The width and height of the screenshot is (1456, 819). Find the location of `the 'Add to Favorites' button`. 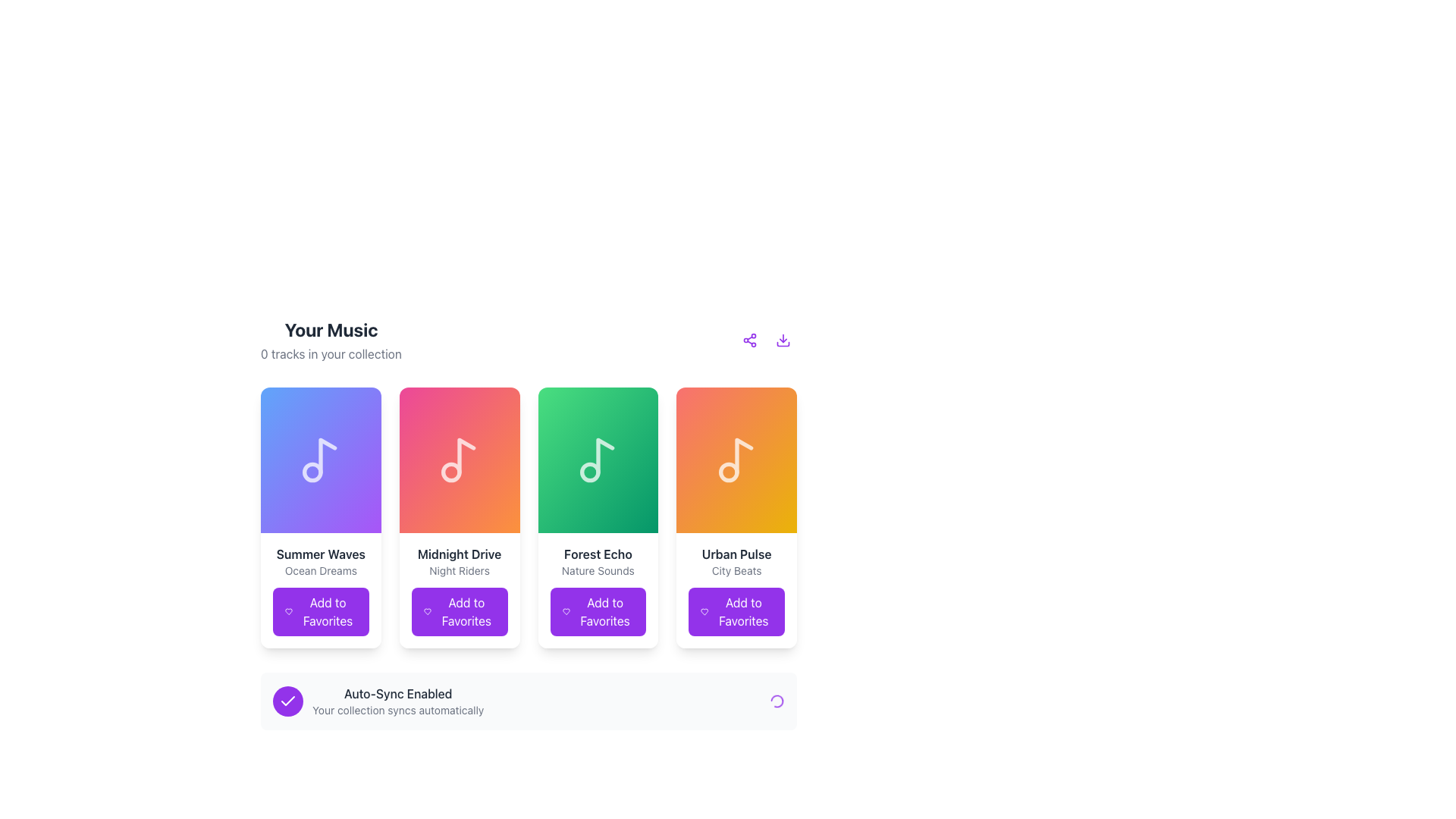

the 'Add to Favorites' button is located at coordinates (320, 590).